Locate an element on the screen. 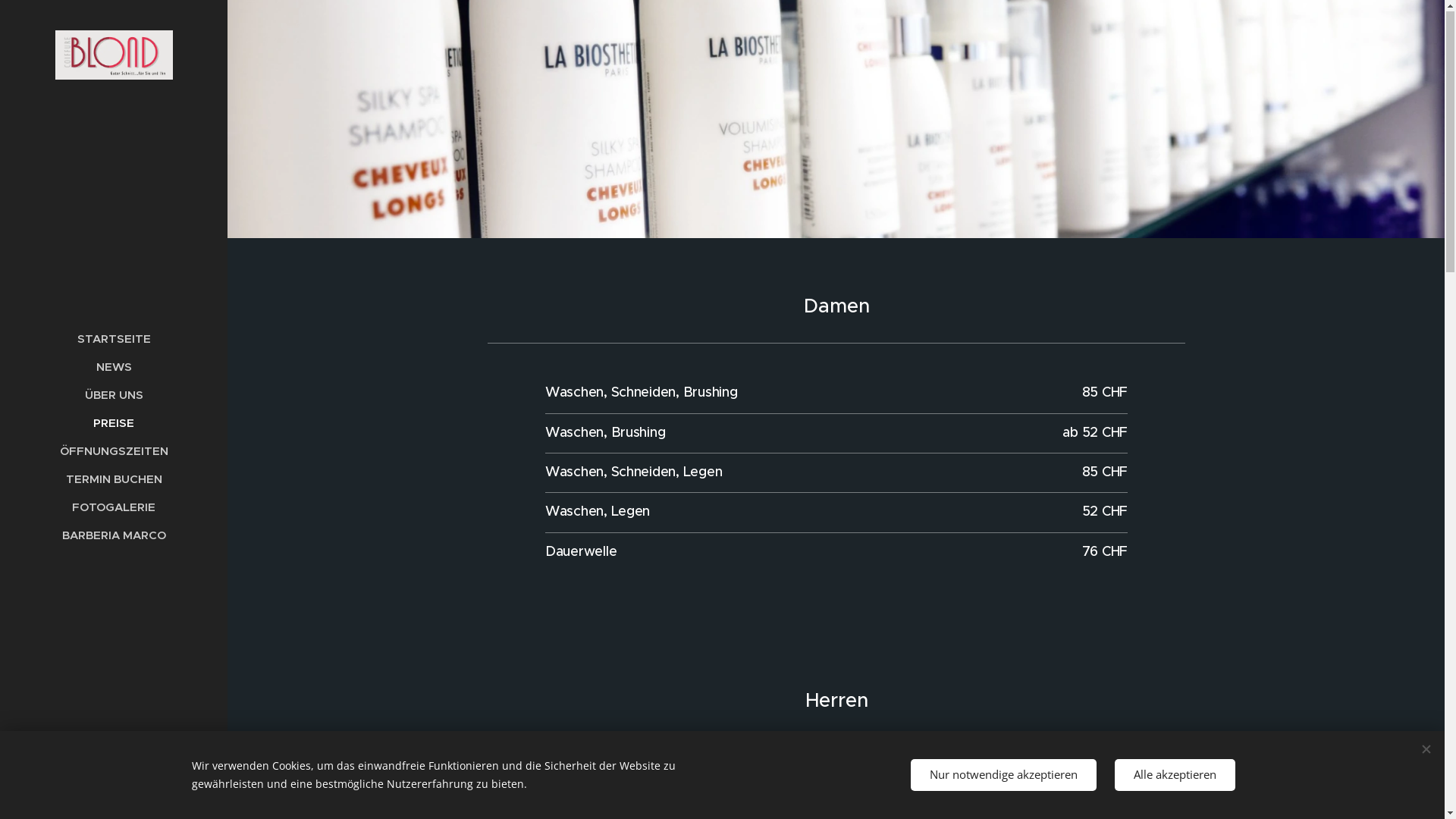  'NEWS' is located at coordinates (4, 367).